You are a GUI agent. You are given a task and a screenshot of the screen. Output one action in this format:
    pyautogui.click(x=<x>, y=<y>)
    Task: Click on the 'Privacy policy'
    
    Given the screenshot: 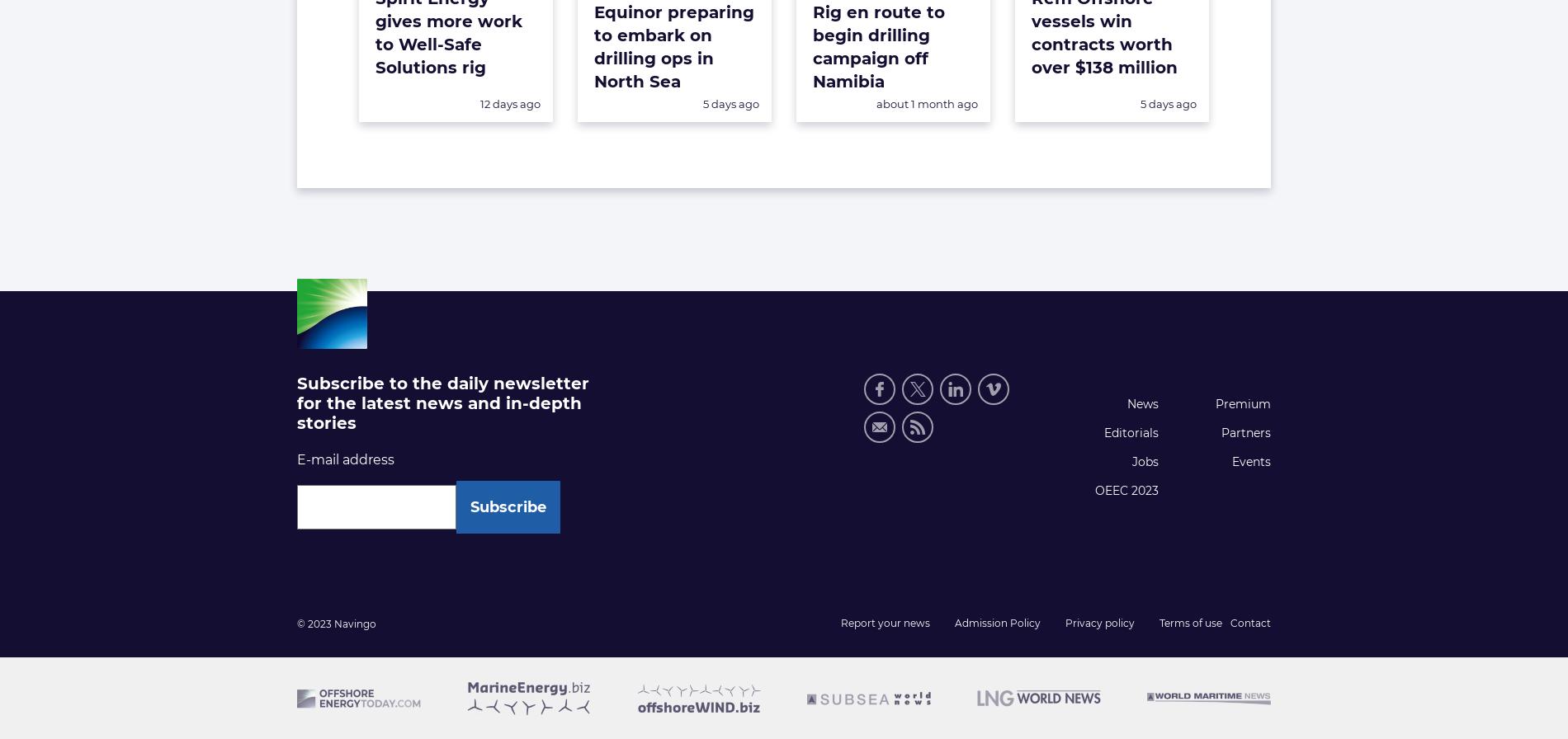 What is the action you would take?
    pyautogui.click(x=1065, y=622)
    